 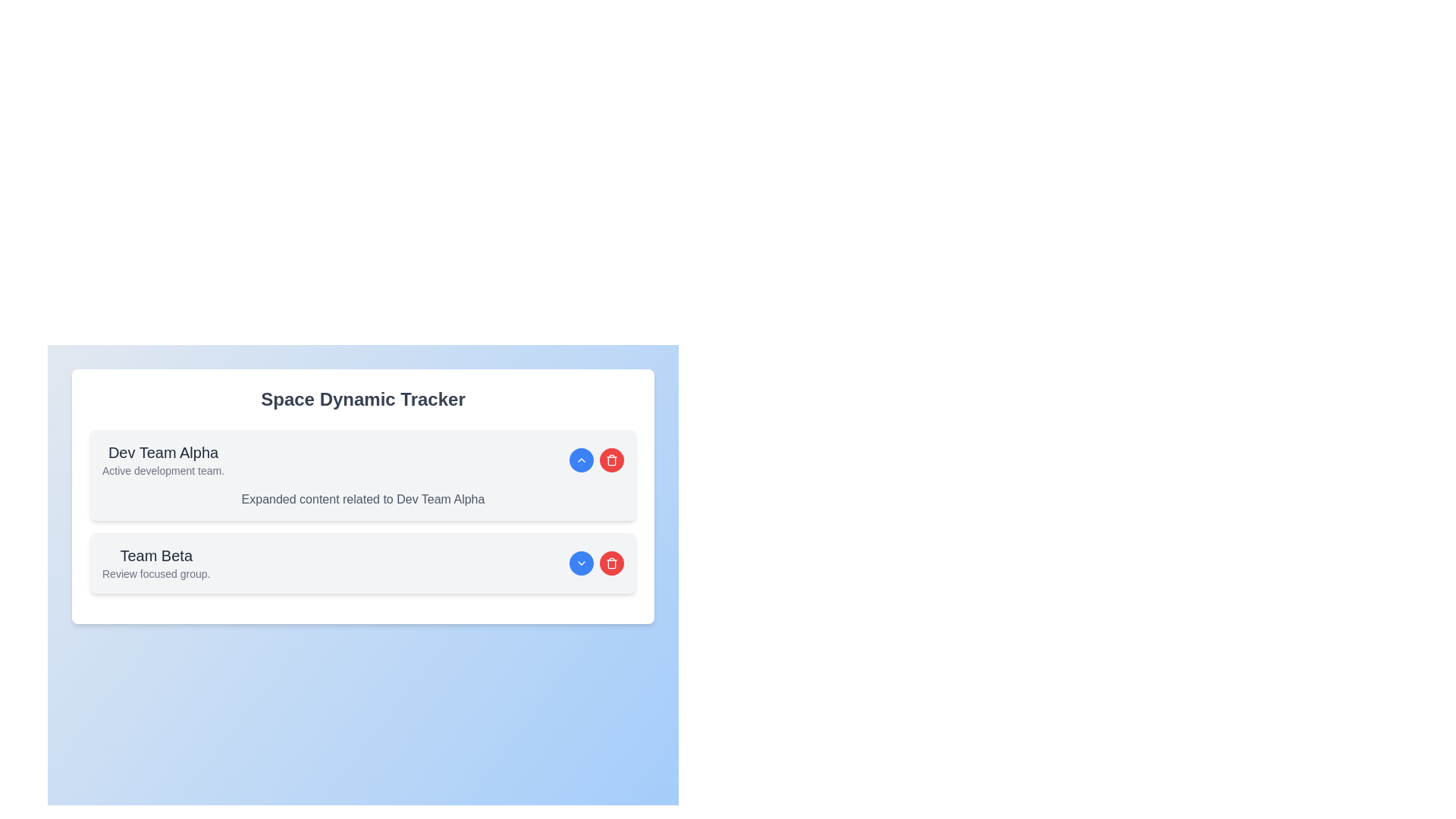 I want to click on the label reading 'Review focused group.' which is styled with a smaller font size and gray color, located below the heading 'Team Beta.', so click(x=156, y=573).